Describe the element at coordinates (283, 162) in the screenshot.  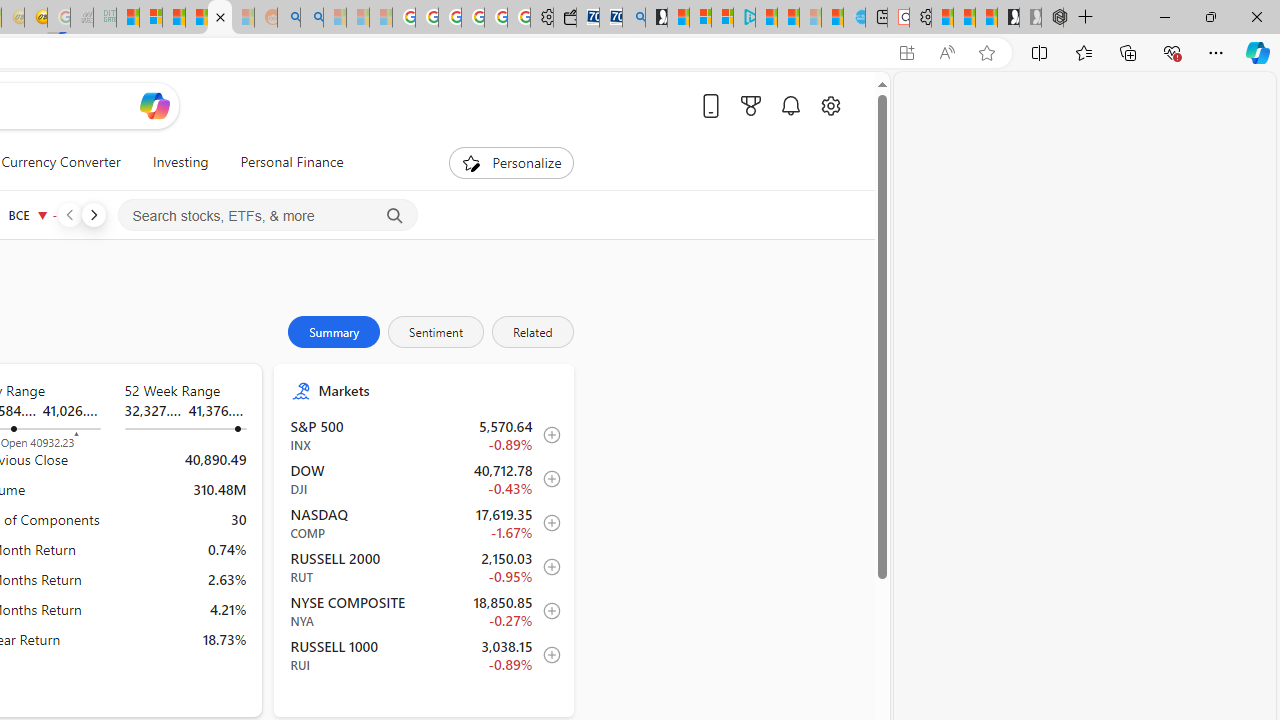
I see `'Personal Finance'` at that location.